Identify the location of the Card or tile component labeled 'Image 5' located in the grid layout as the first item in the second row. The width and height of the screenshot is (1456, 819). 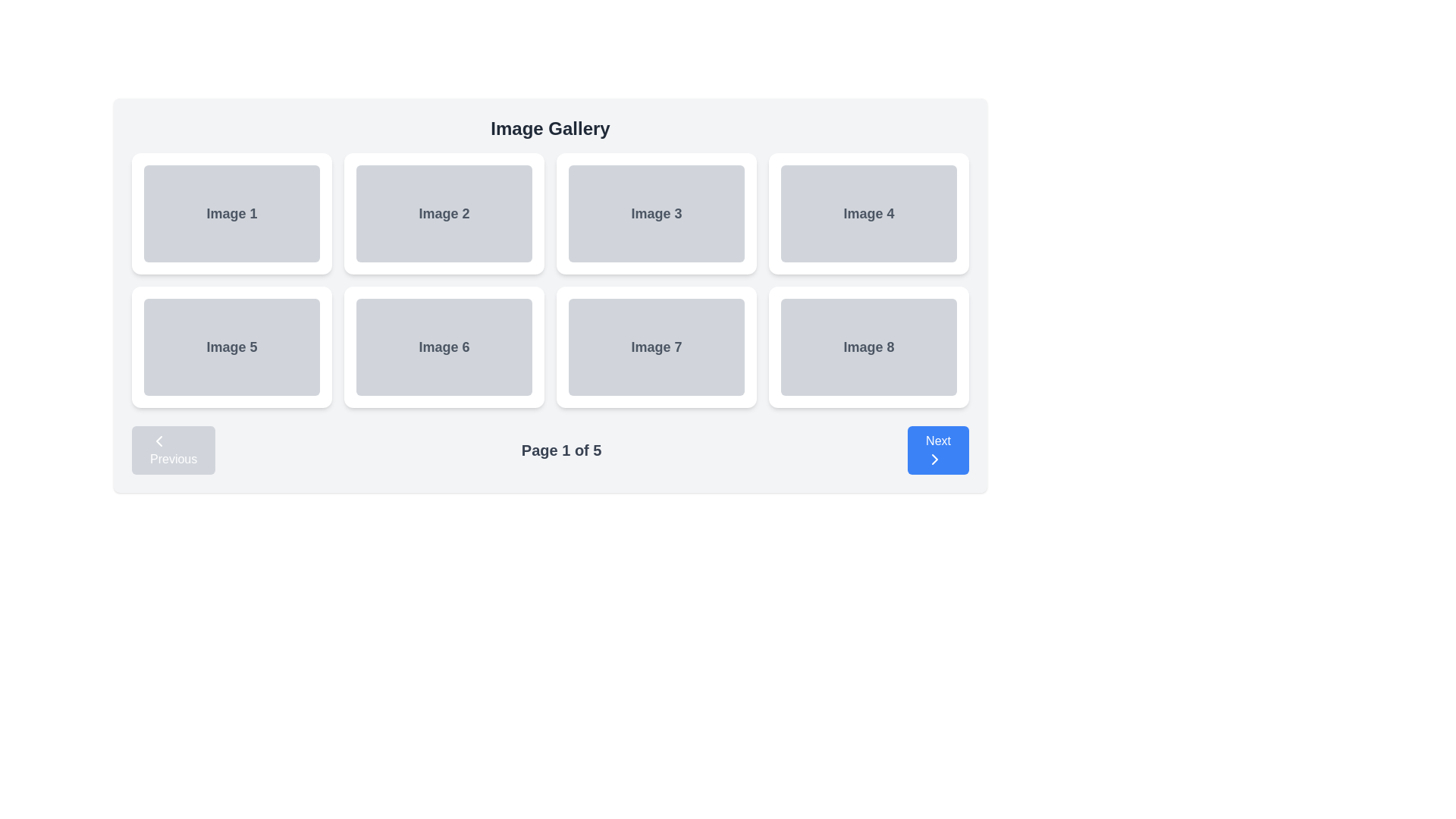
(231, 347).